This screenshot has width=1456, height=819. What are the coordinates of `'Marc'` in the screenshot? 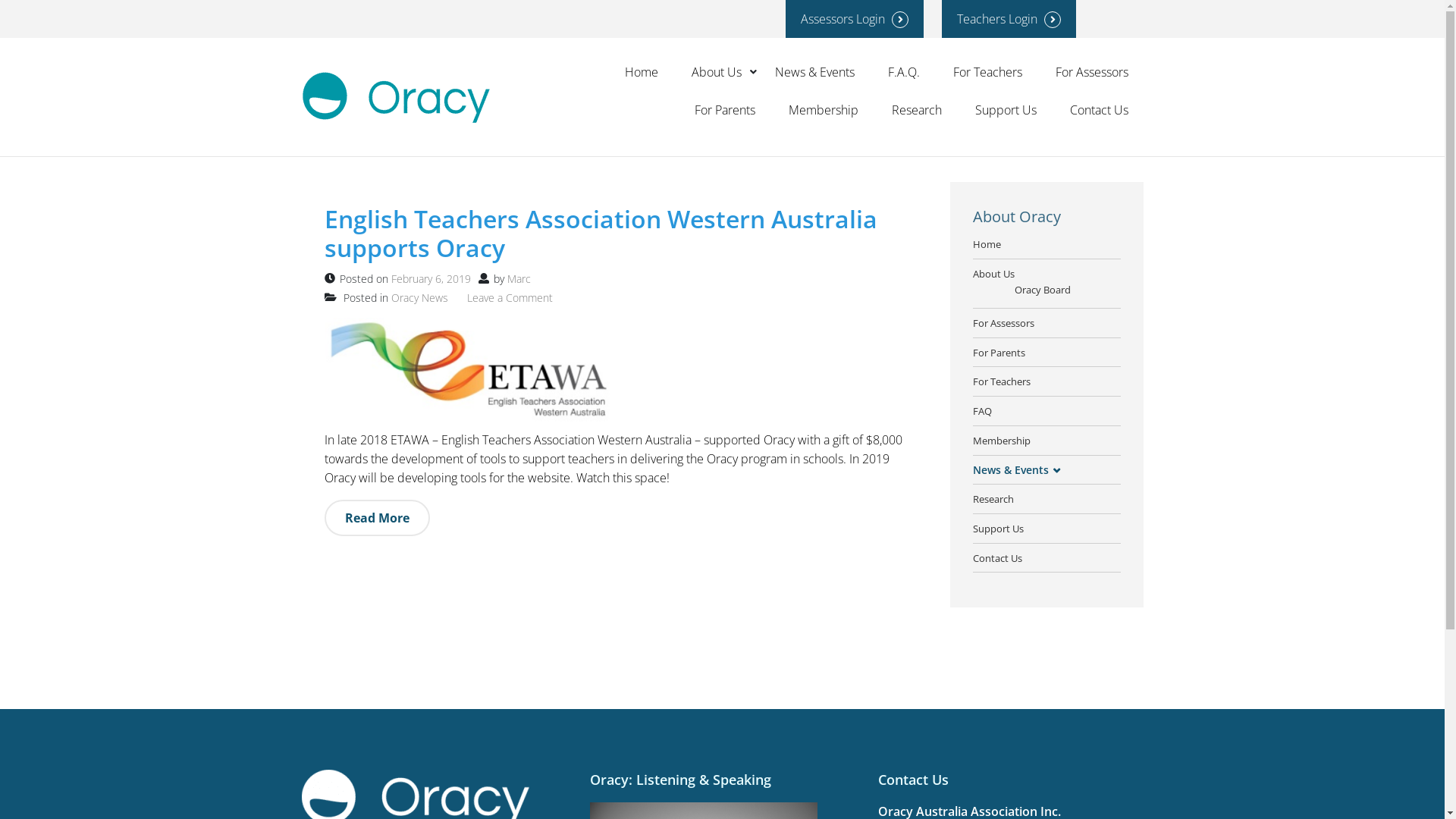 It's located at (518, 278).